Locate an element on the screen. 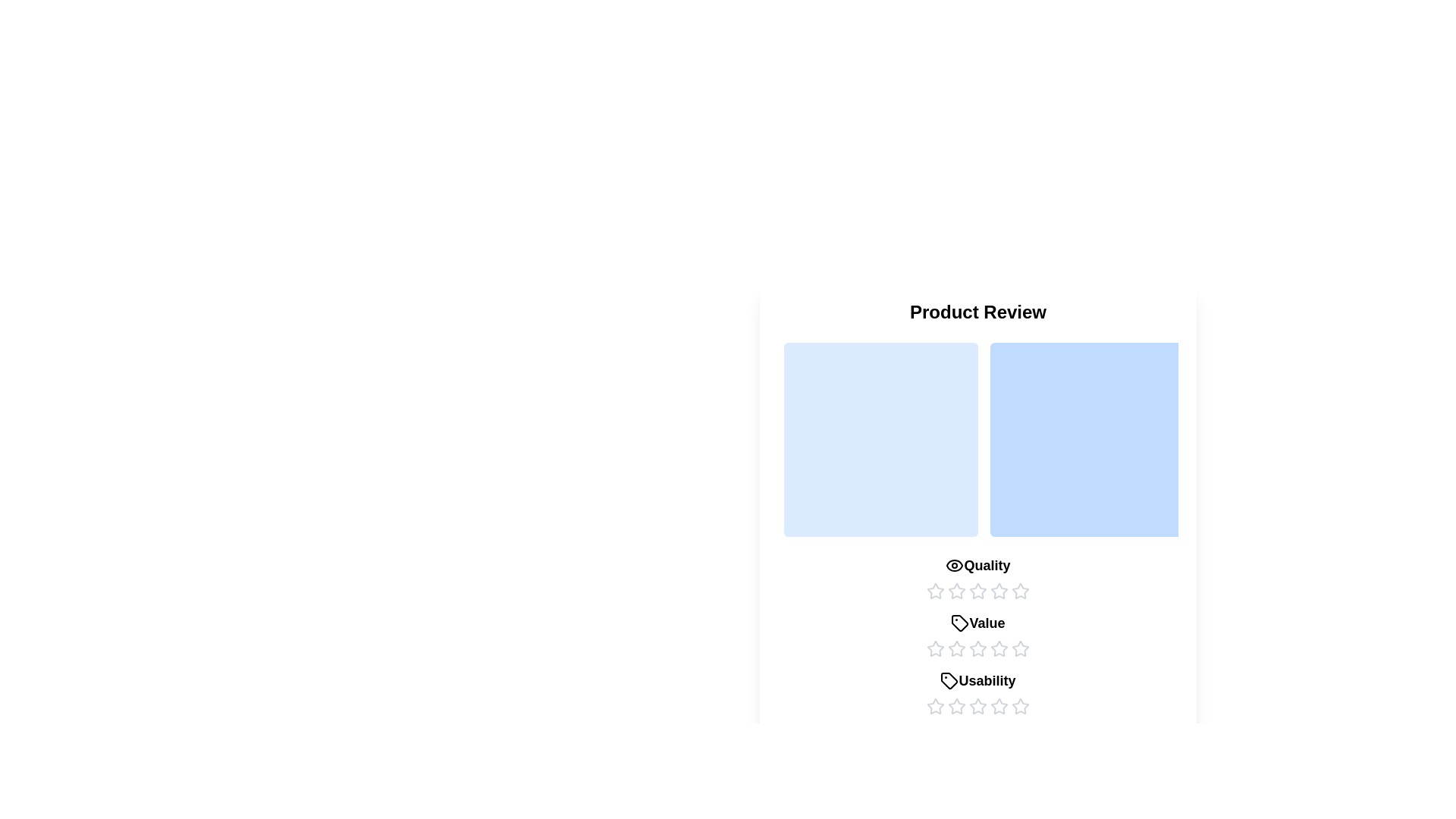 This screenshot has width=1456, height=819. the 'Submit Review' button to submit the review is located at coordinates (978, 744).